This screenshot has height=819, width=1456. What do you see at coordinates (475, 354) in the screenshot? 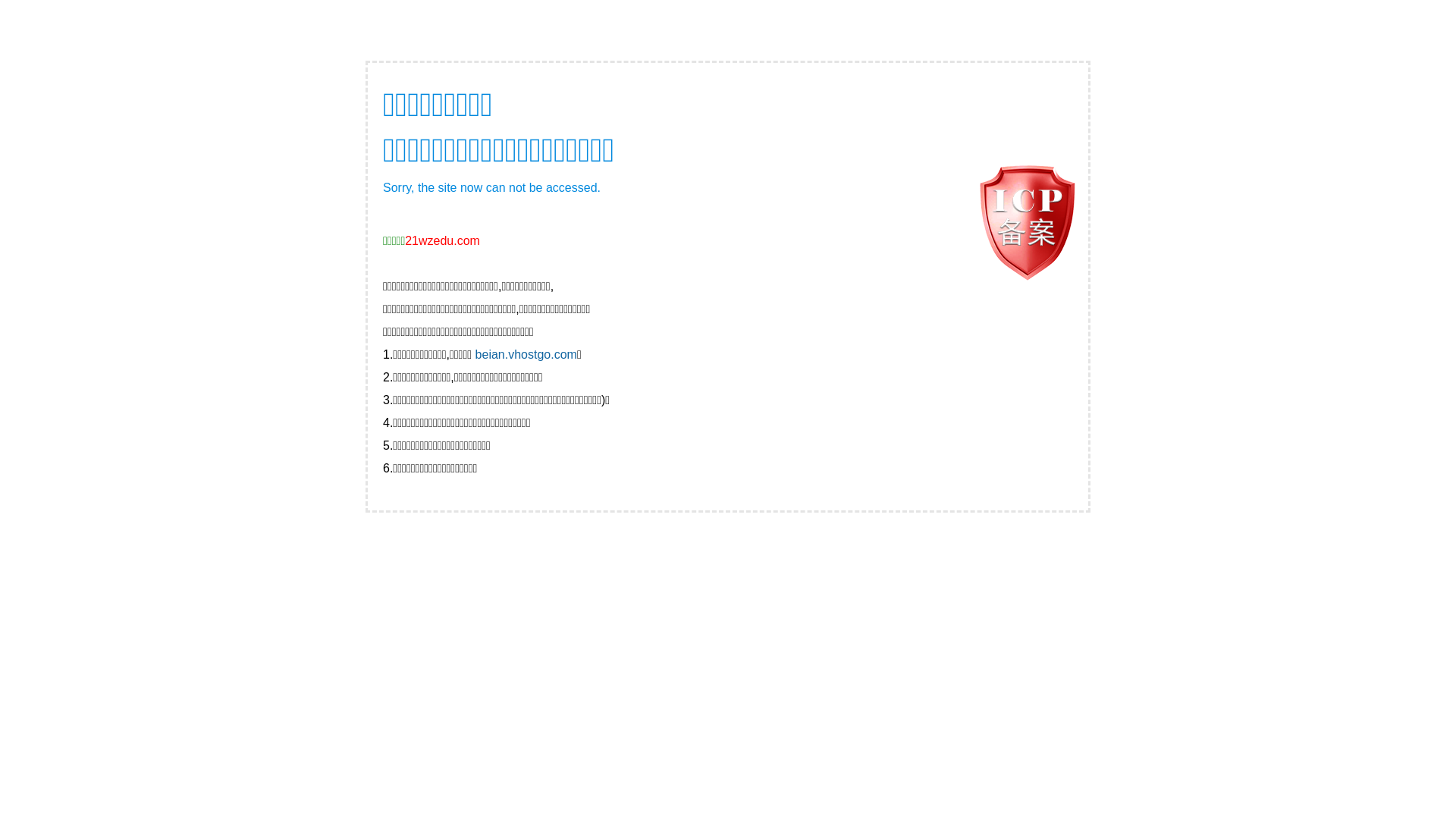
I see `'beian.vhostgo.com'` at bounding box center [475, 354].